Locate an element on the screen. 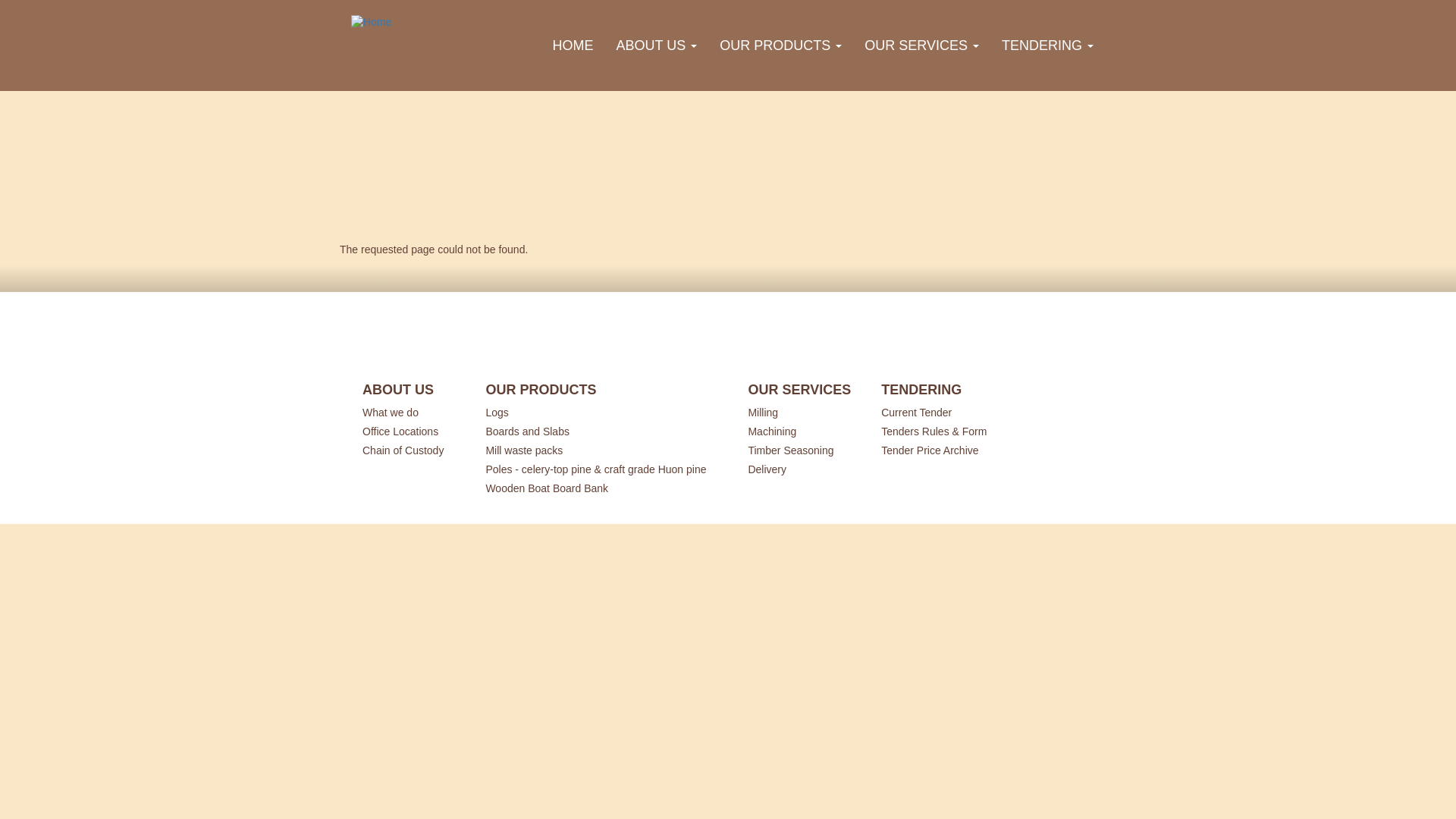 This screenshot has width=1456, height=819. 'TENDERING' is located at coordinates (1046, 45).